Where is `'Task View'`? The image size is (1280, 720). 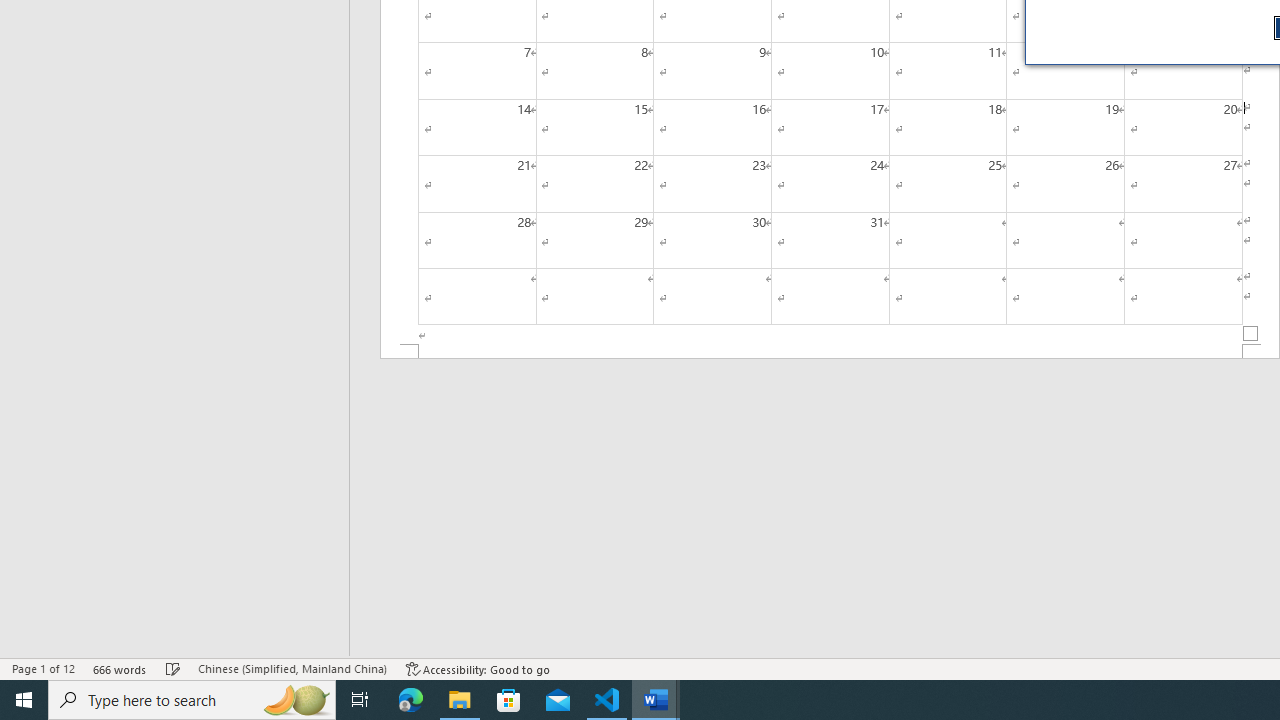
'Task View' is located at coordinates (359, 698).